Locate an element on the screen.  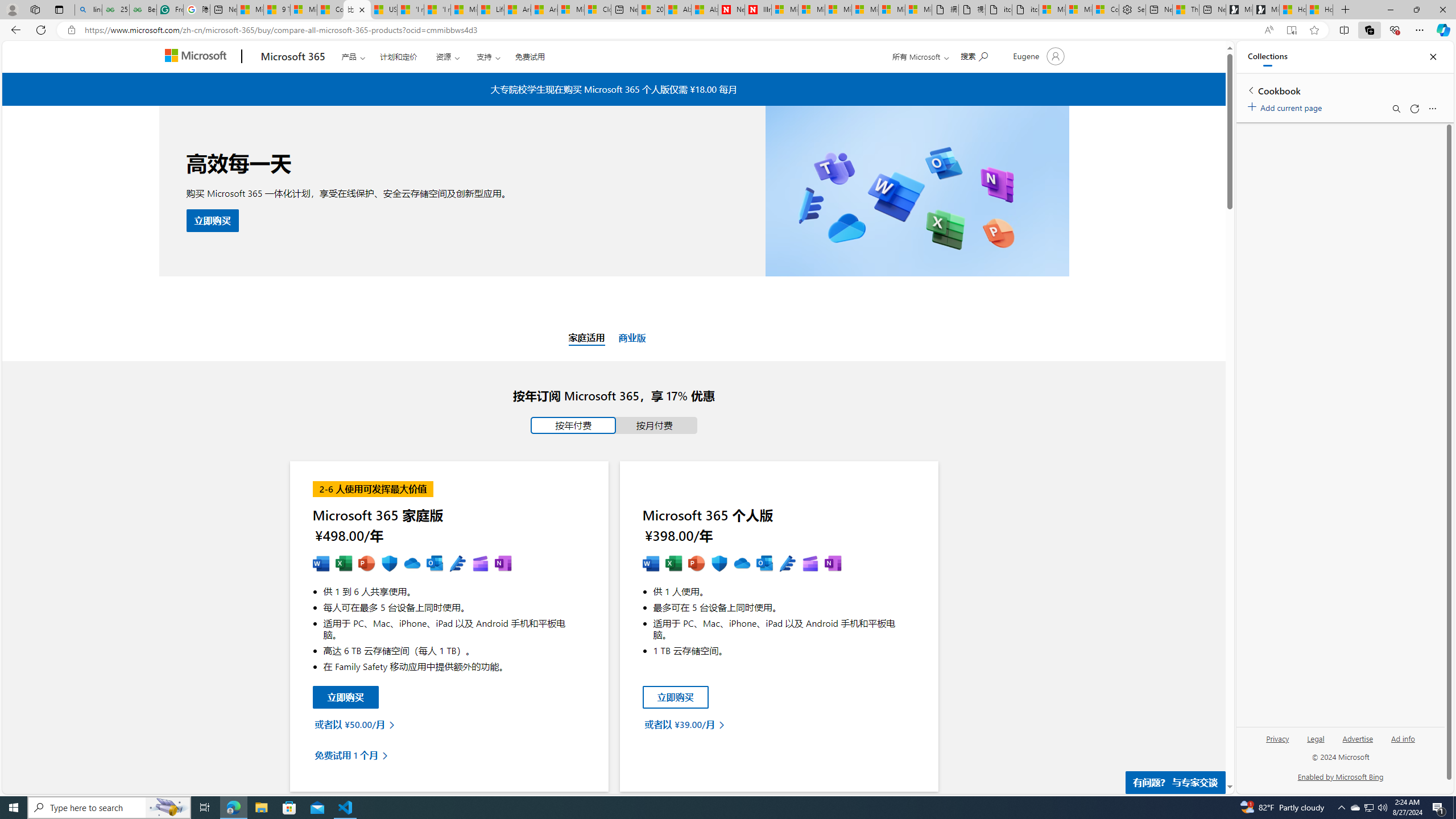
'How to Use a TV as a Computer Monitor' is located at coordinates (1319, 9).